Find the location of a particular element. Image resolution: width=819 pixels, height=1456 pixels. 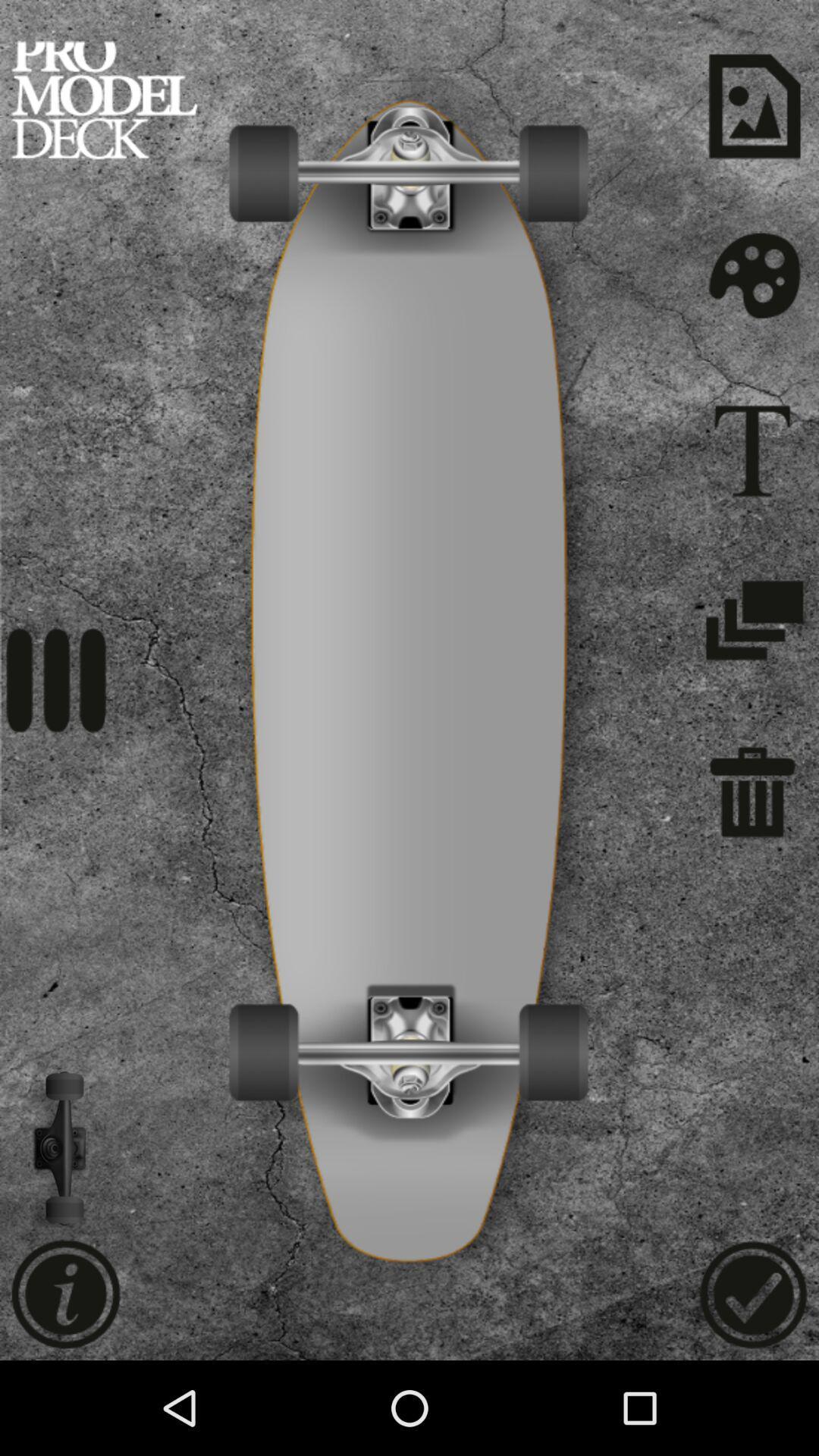

the info icon is located at coordinates (65, 1385).